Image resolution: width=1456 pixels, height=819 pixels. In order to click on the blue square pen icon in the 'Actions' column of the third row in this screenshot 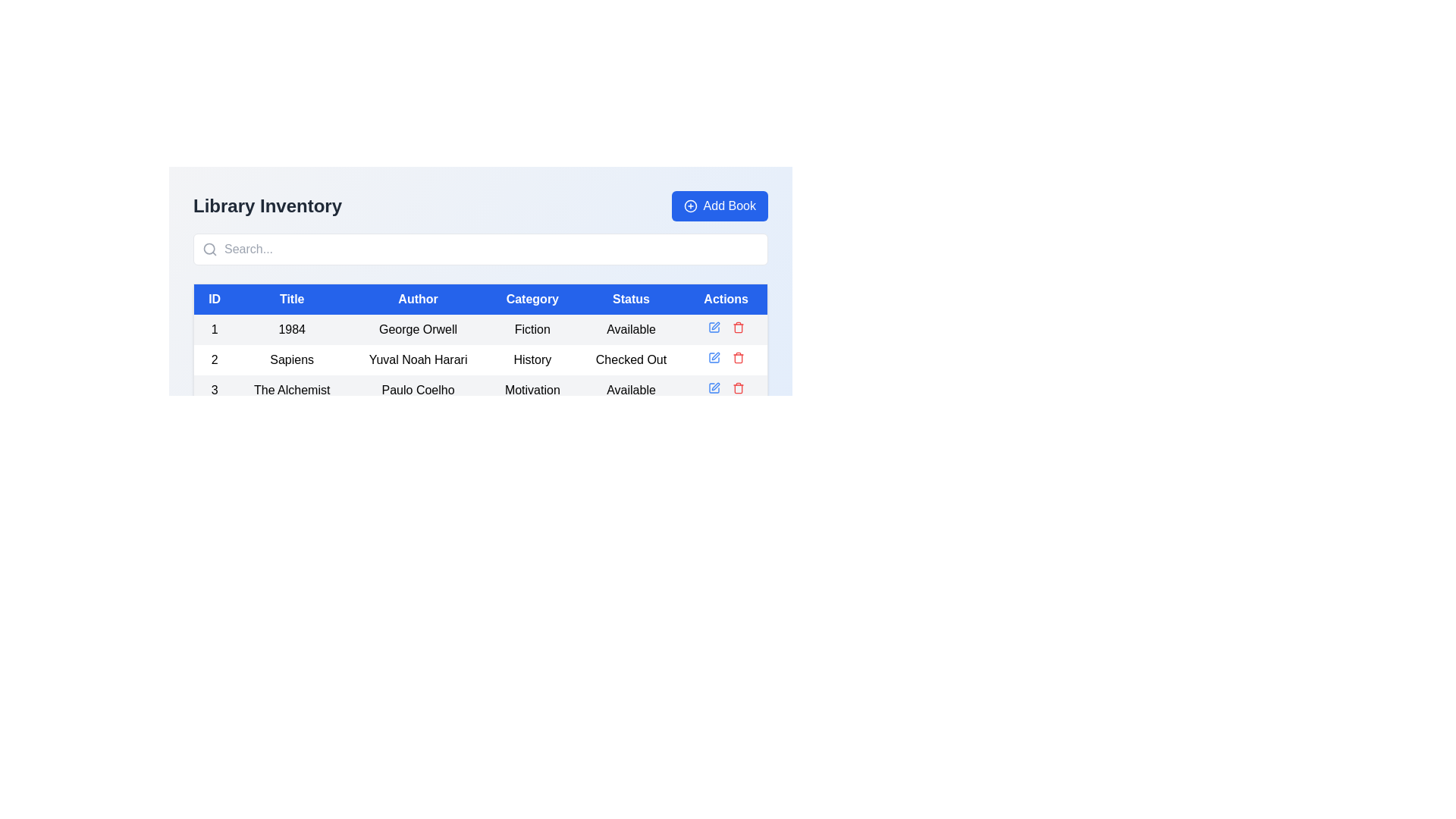, I will do `click(713, 388)`.